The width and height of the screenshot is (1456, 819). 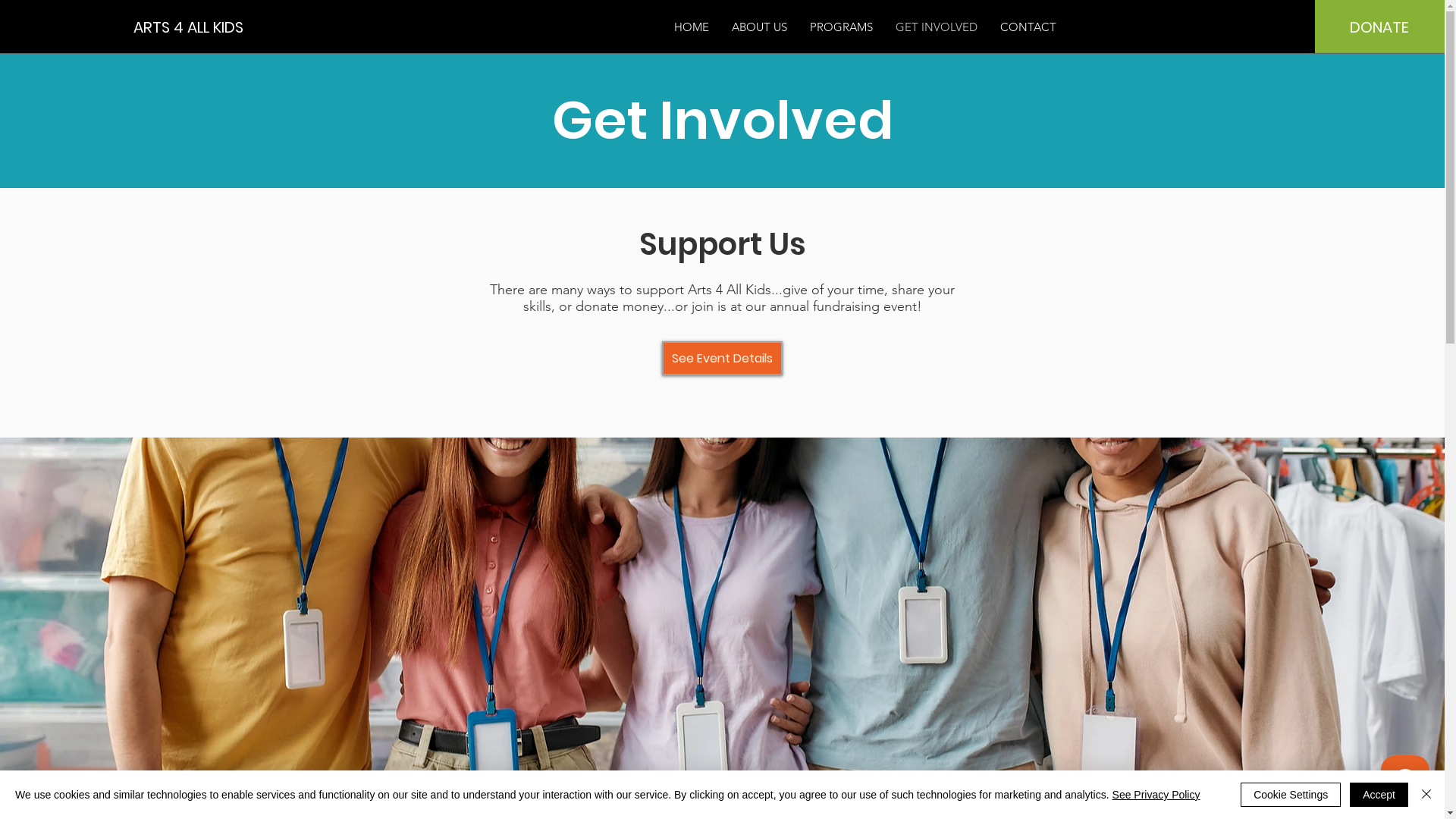 What do you see at coordinates (691, 27) in the screenshot?
I see `'HOME'` at bounding box center [691, 27].